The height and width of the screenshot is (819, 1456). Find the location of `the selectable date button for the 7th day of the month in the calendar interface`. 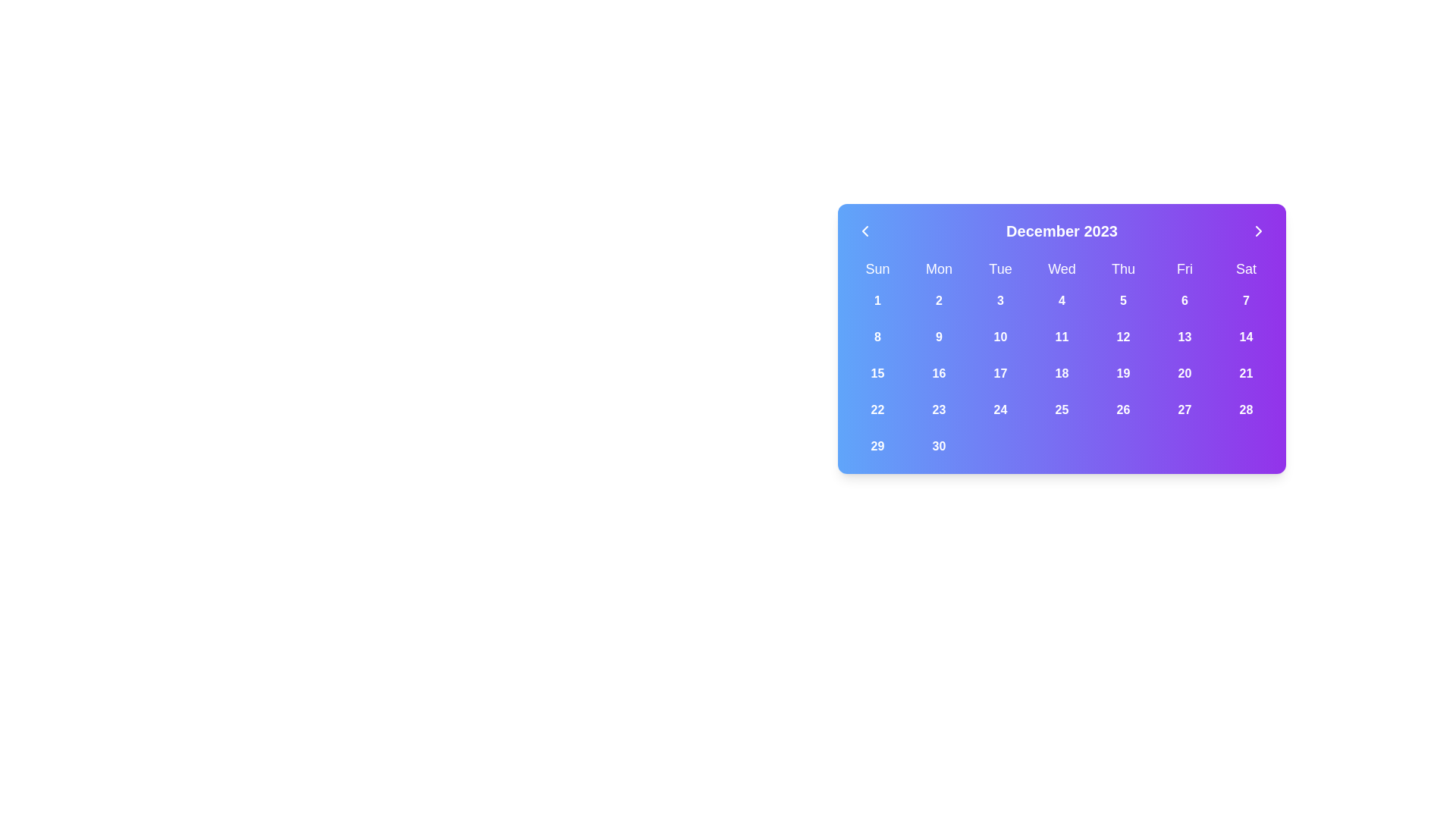

the selectable date button for the 7th day of the month in the calendar interface is located at coordinates (1246, 301).